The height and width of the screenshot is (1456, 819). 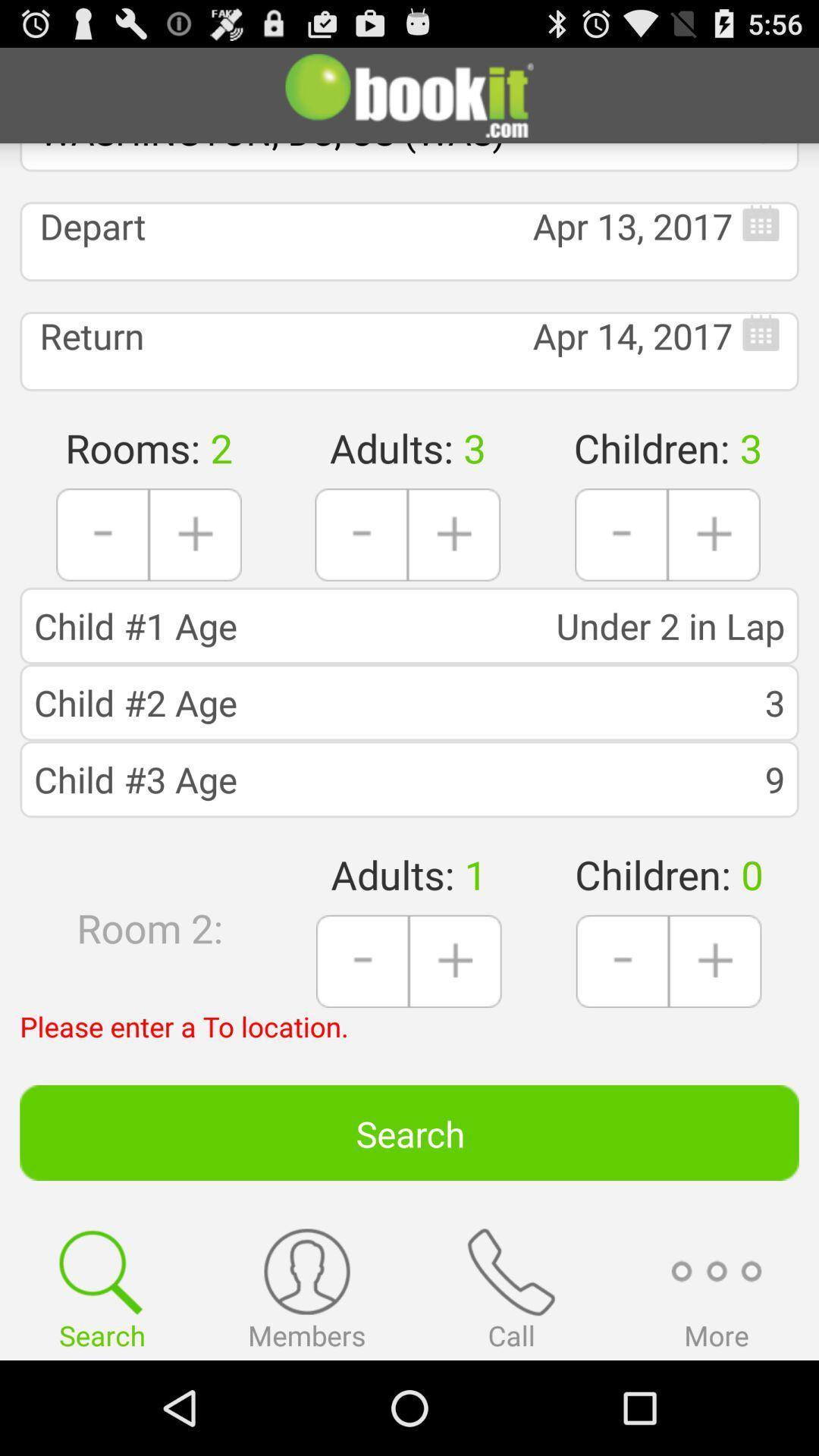 What do you see at coordinates (714, 571) in the screenshot?
I see `the add icon` at bounding box center [714, 571].